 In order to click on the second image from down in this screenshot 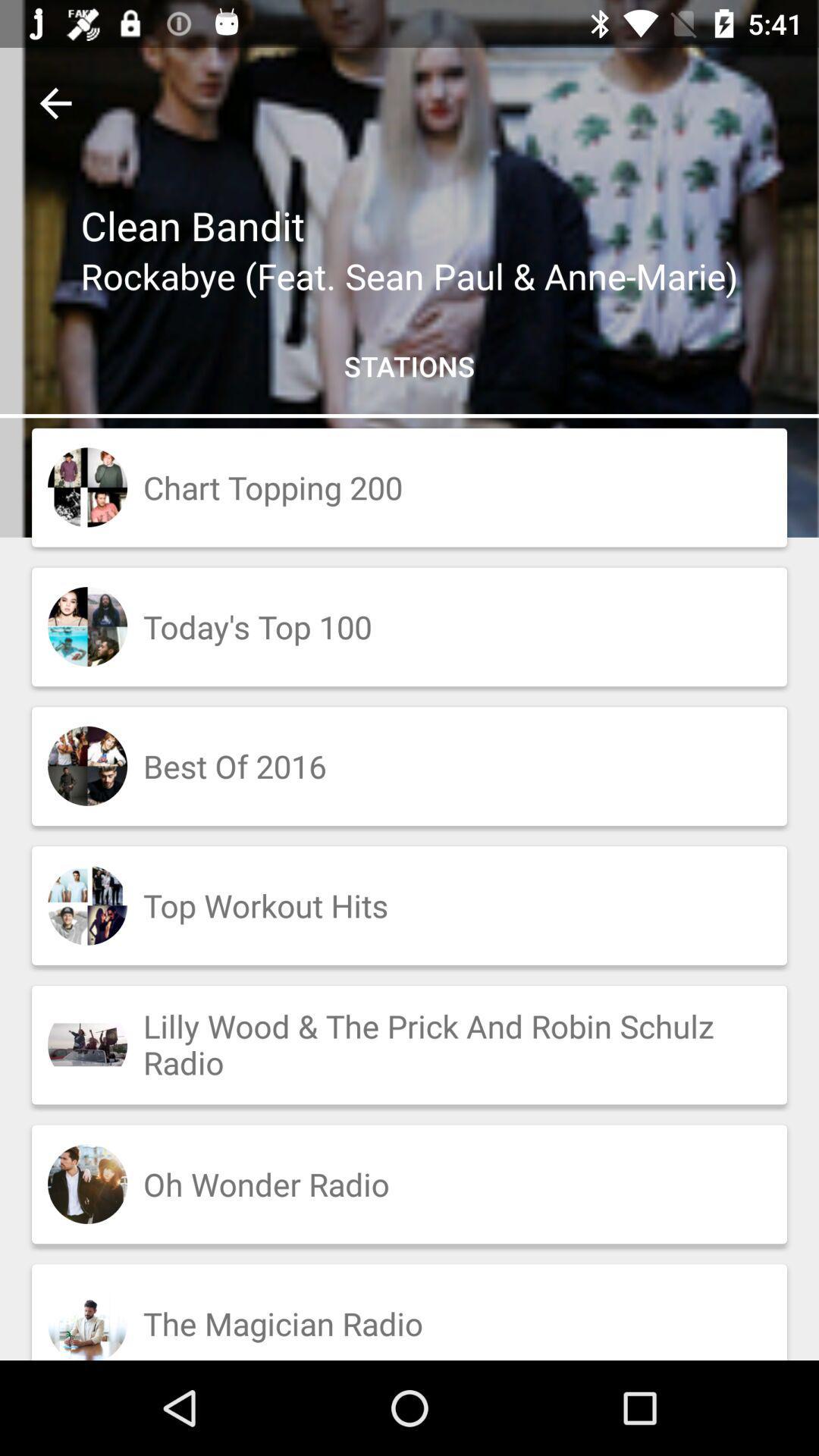, I will do `click(87, 1183)`.